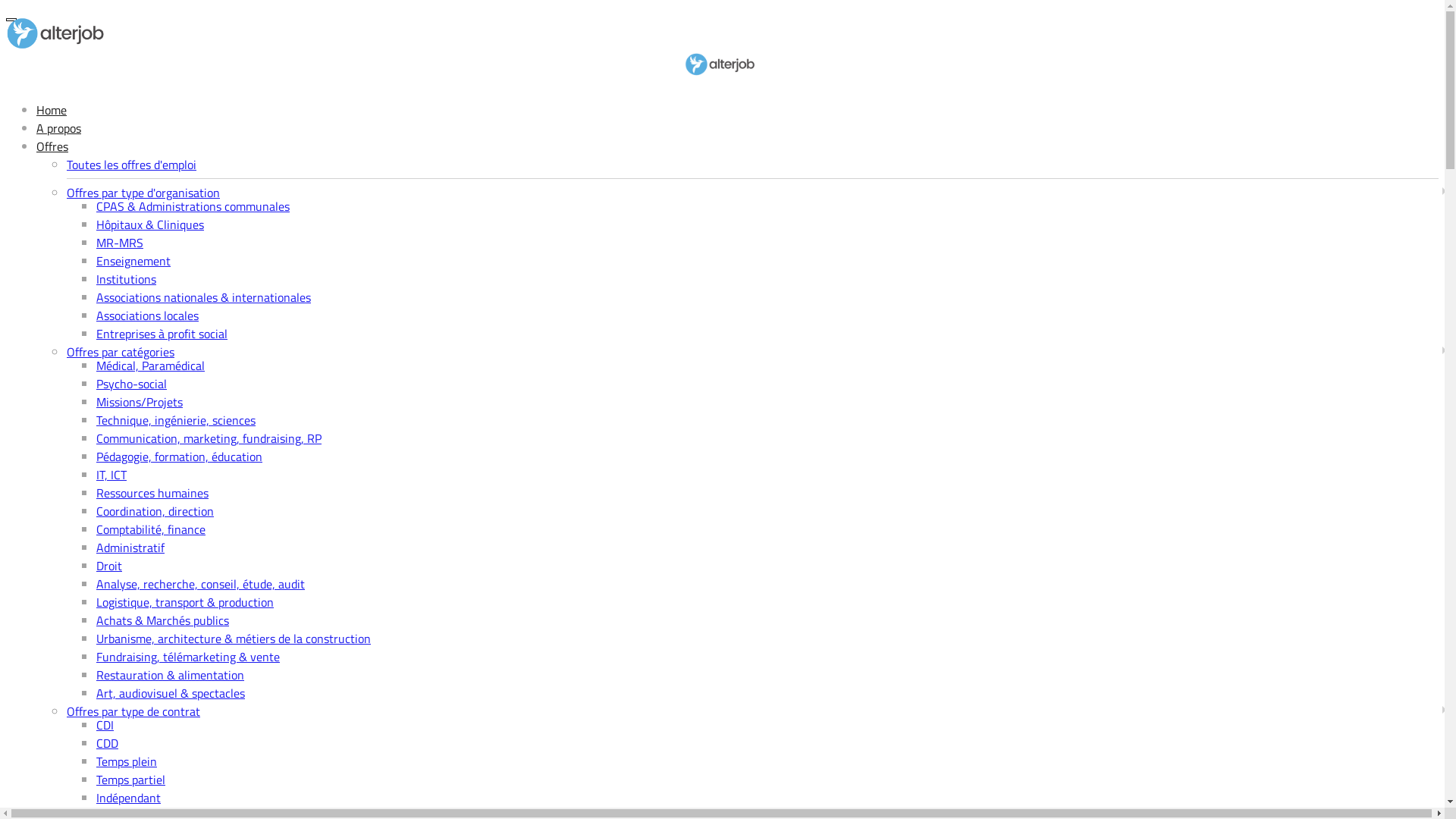 The height and width of the screenshot is (819, 1456). Describe the element at coordinates (170, 674) in the screenshot. I see `'Restauration & alimentation'` at that location.